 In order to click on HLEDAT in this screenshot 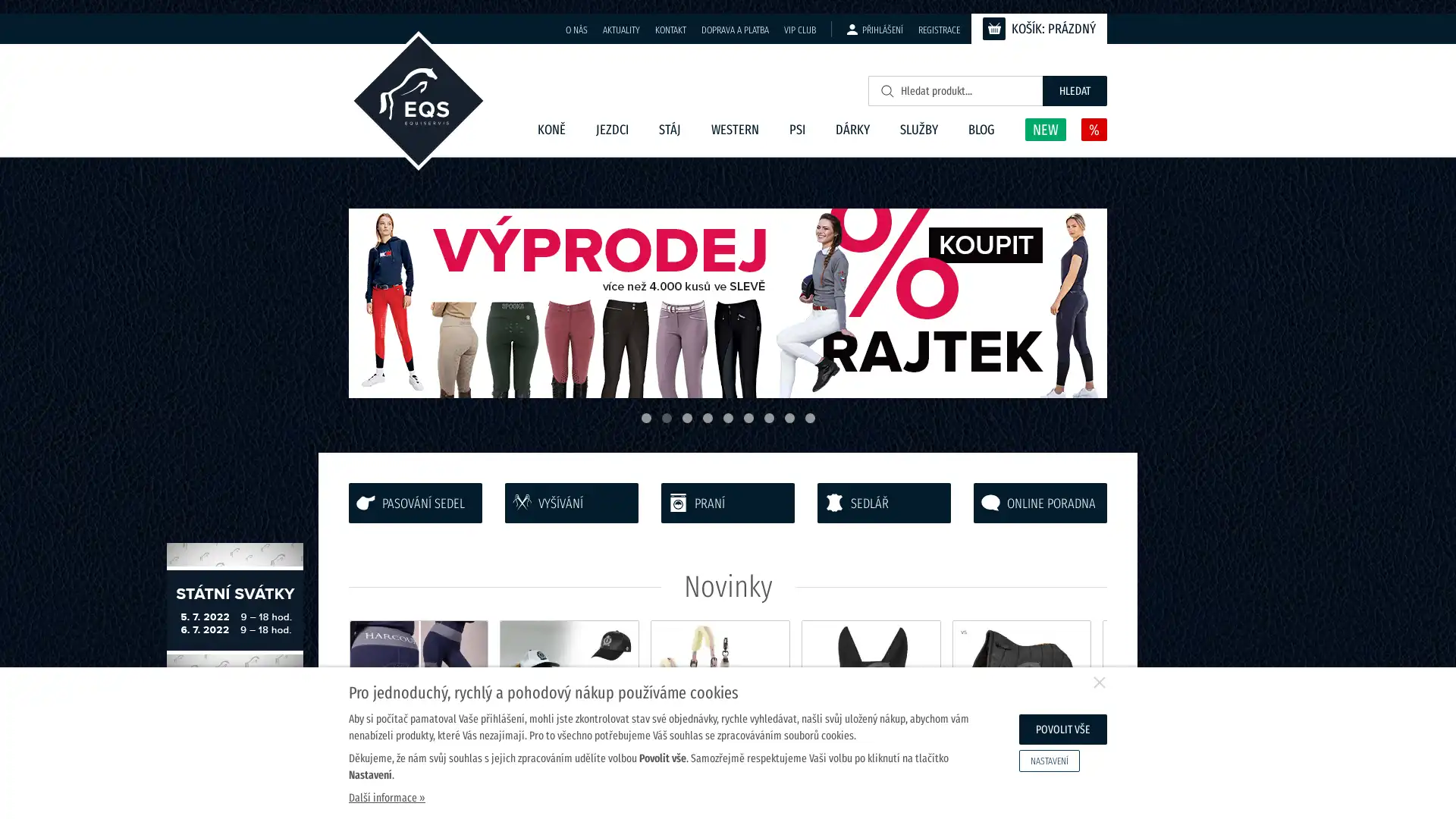, I will do `click(1074, 90)`.